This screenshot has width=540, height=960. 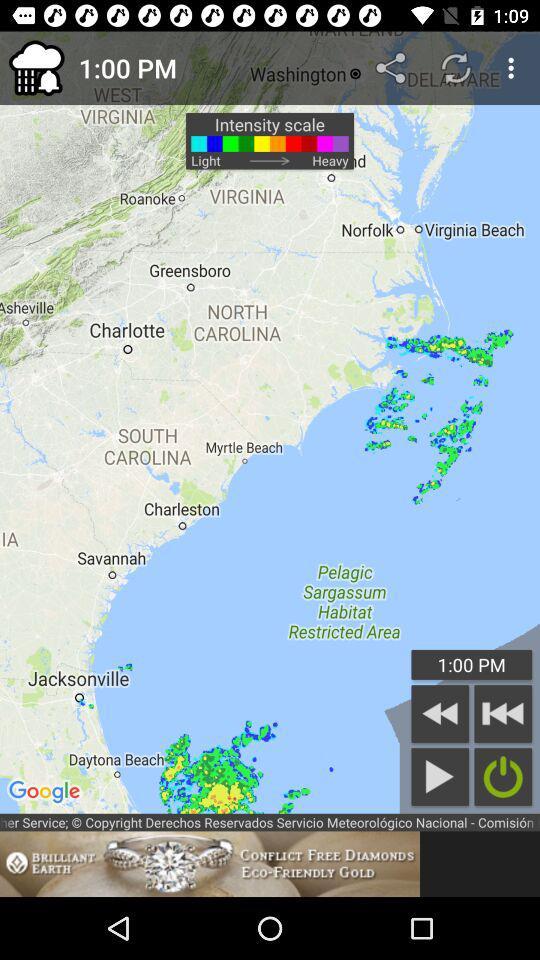 What do you see at coordinates (209, 863) in the screenshot?
I see `advertisements` at bounding box center [209, 863].